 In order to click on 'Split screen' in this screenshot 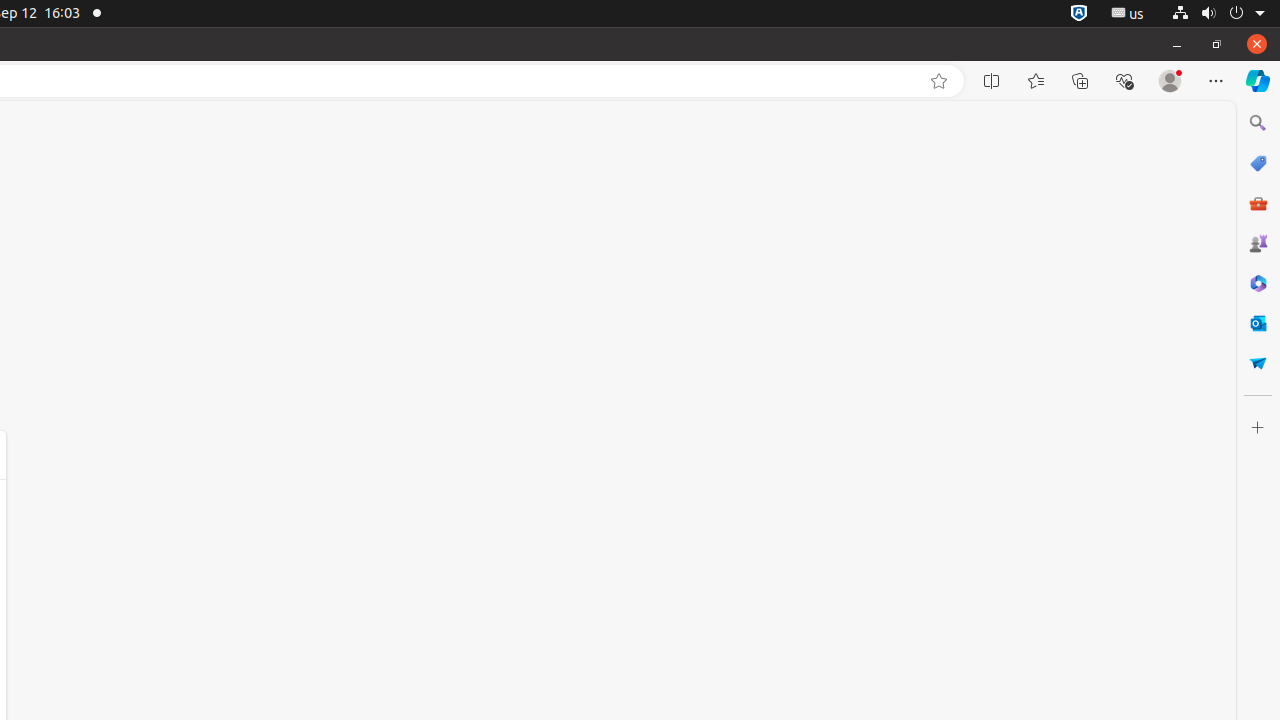, I will do `click(992, 80)`.